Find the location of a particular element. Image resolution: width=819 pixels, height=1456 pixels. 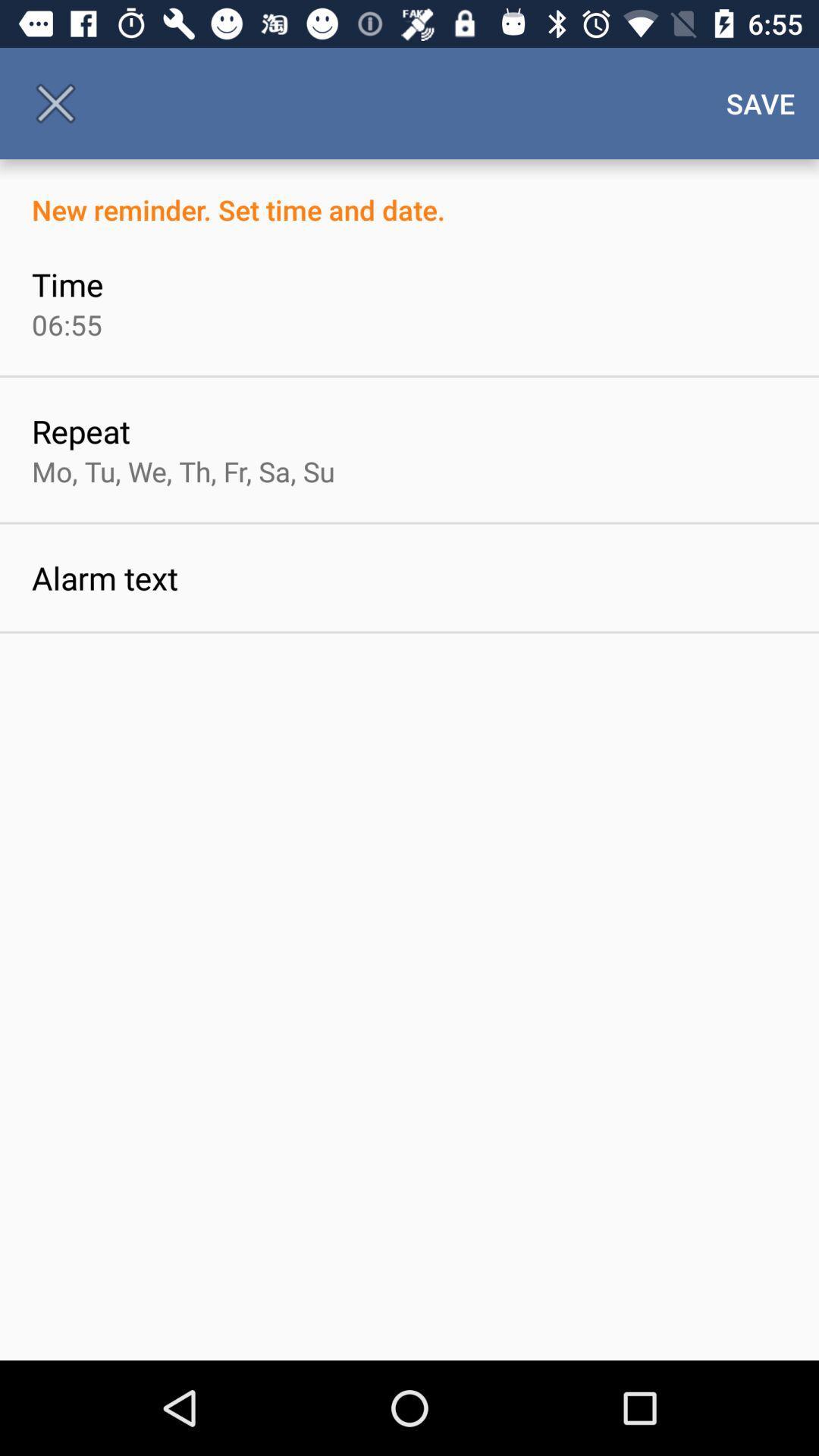

mo tu we item is located at coordinates (182, 470).